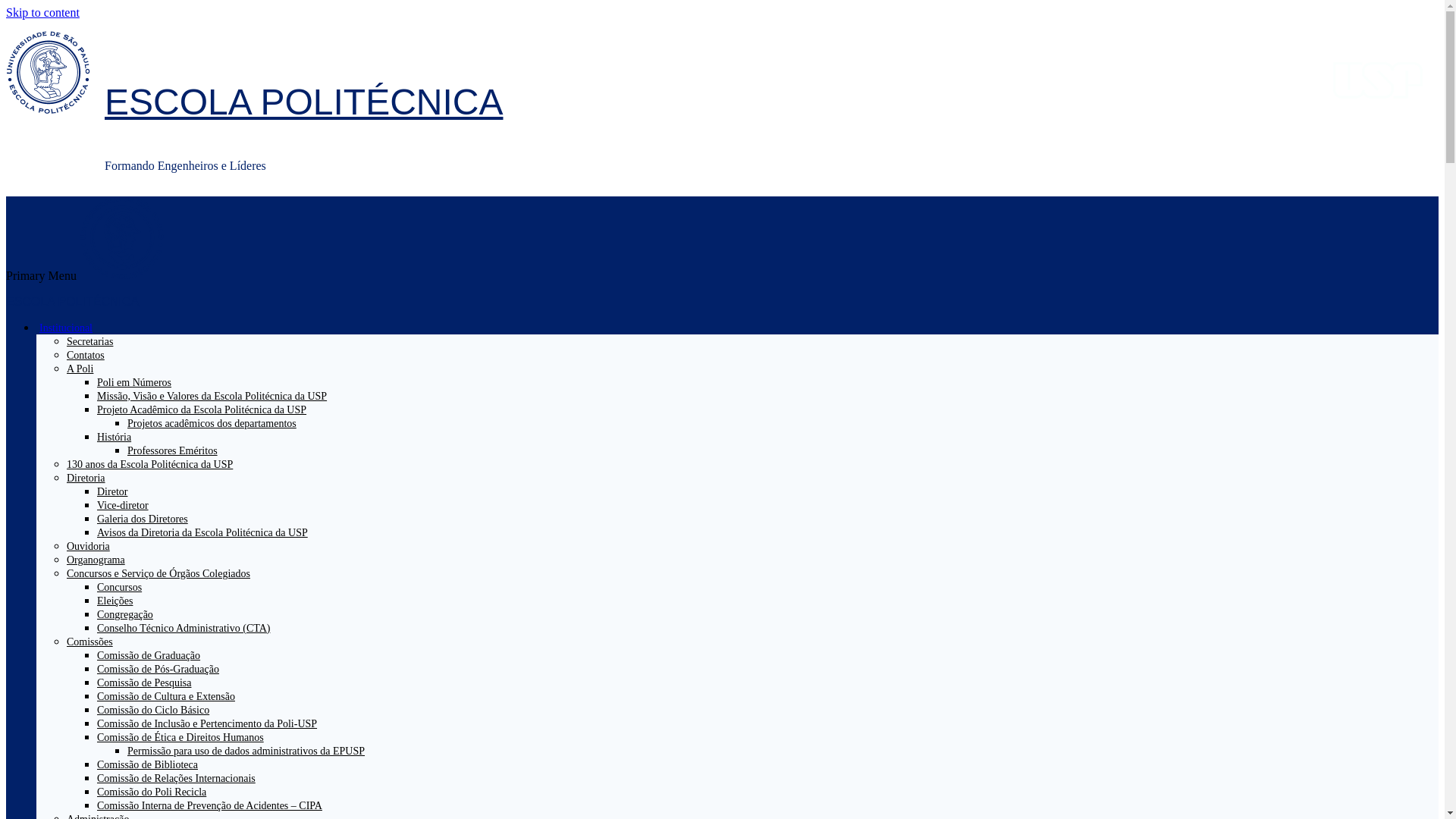  What do you see at coordinates (96, 518) in the screenshot?
I see `'Galeria dos Diretores'` at bounding box center [96, 518].